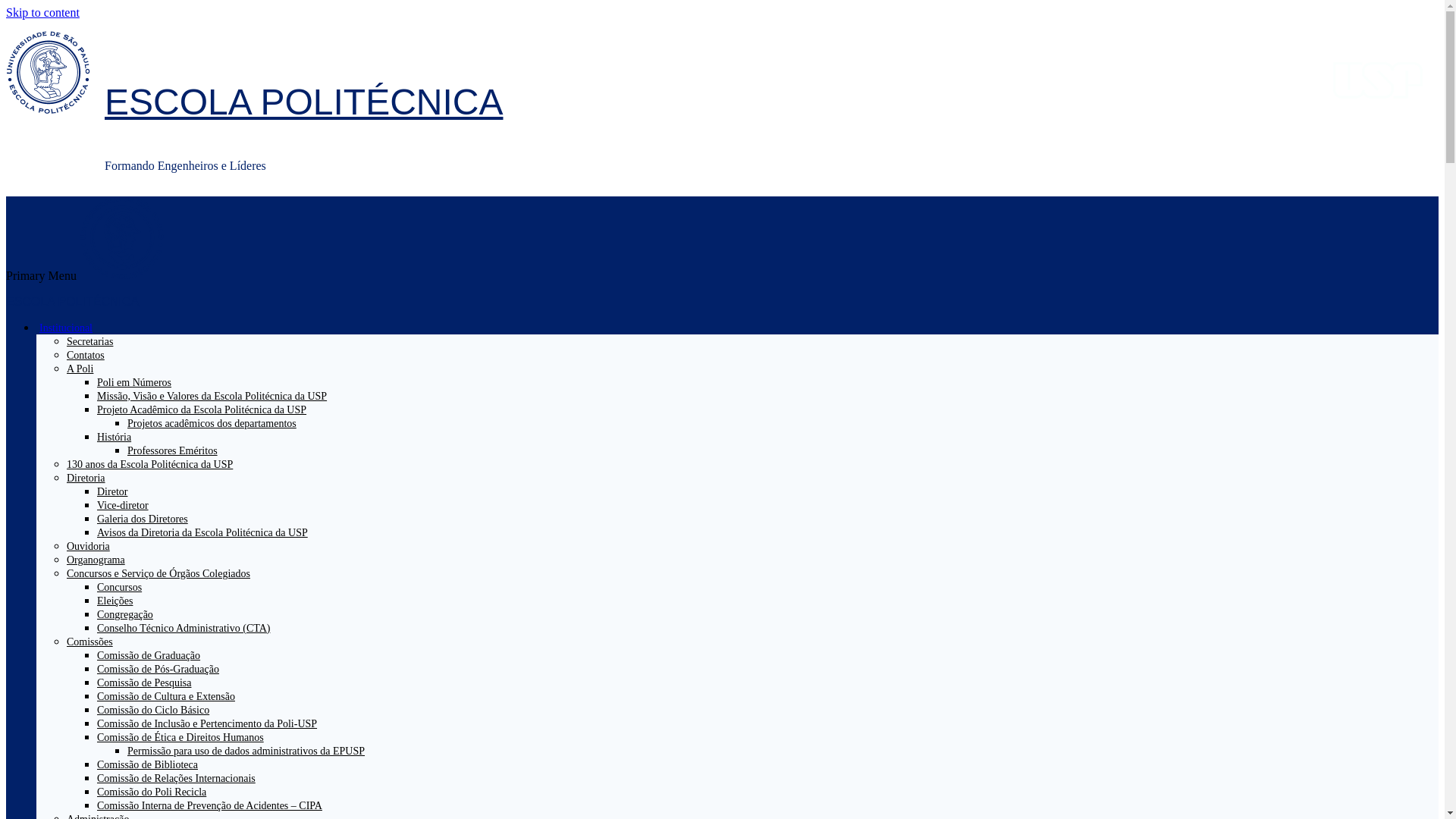  What do you see at coordinates (96, 518) in the screenshot?
I see `'Galeria dos Diretores'` at bounding box center [96, 518].